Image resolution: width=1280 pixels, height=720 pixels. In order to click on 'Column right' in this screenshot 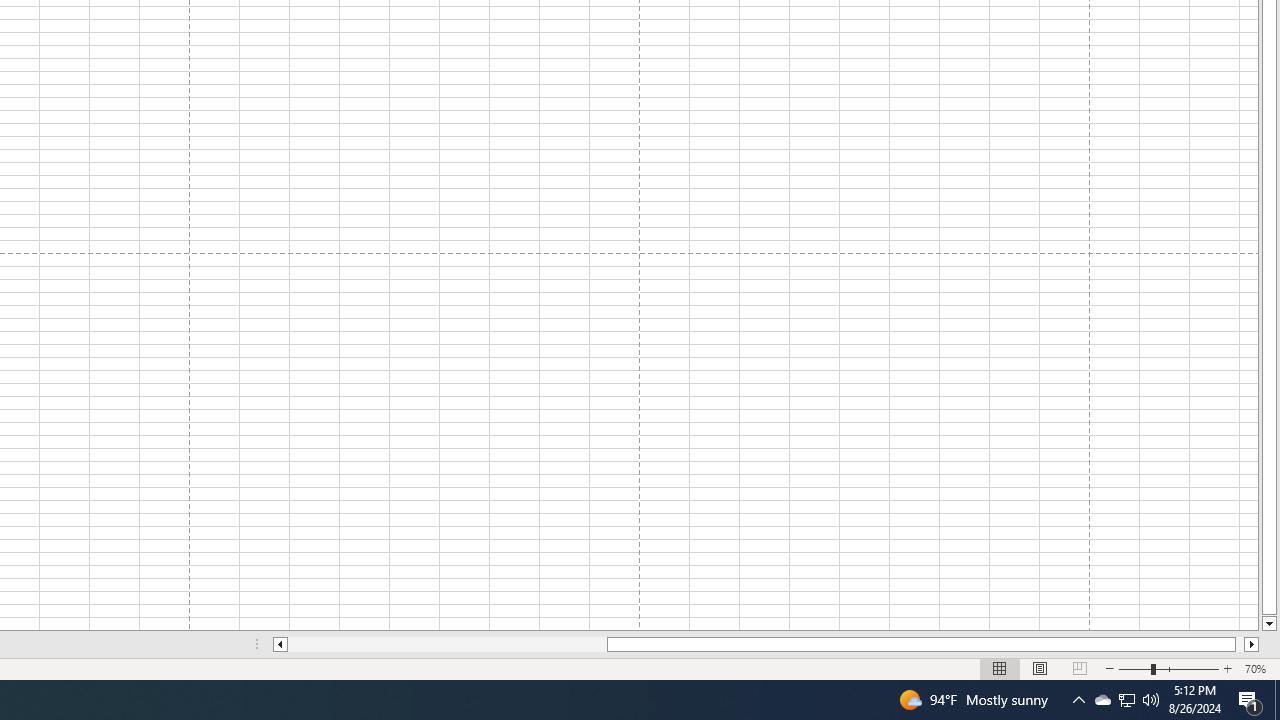, I will do `click(1251, 644)`.